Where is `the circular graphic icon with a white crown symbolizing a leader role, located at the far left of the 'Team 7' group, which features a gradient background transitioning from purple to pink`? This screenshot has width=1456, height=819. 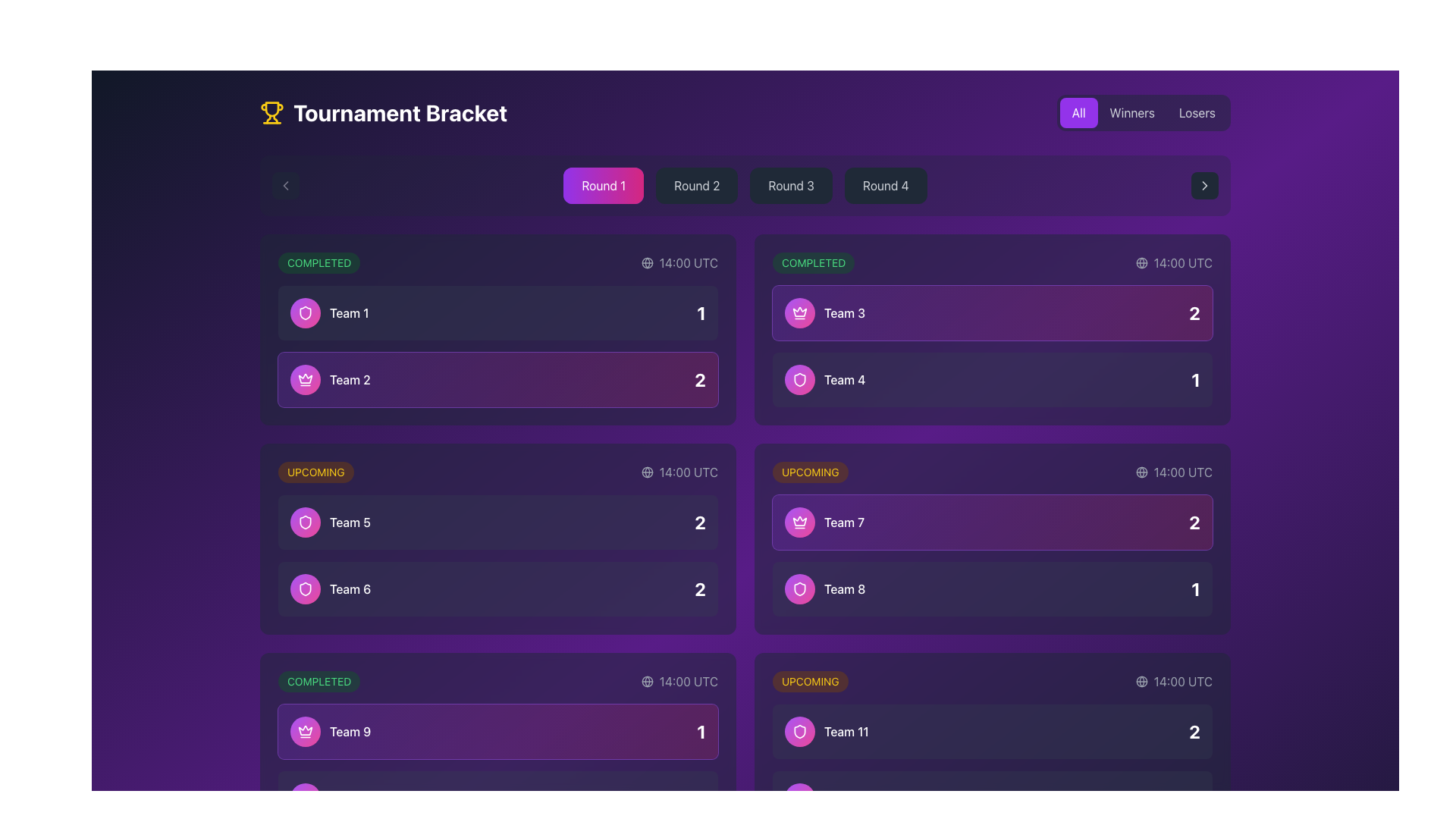
the circular graphic icon with a white crown symbolizing a leader role, located at the far left of the 'Team 7' group, which features a gradient background transitioning from purple to pink is located at coordinates (799, 522).